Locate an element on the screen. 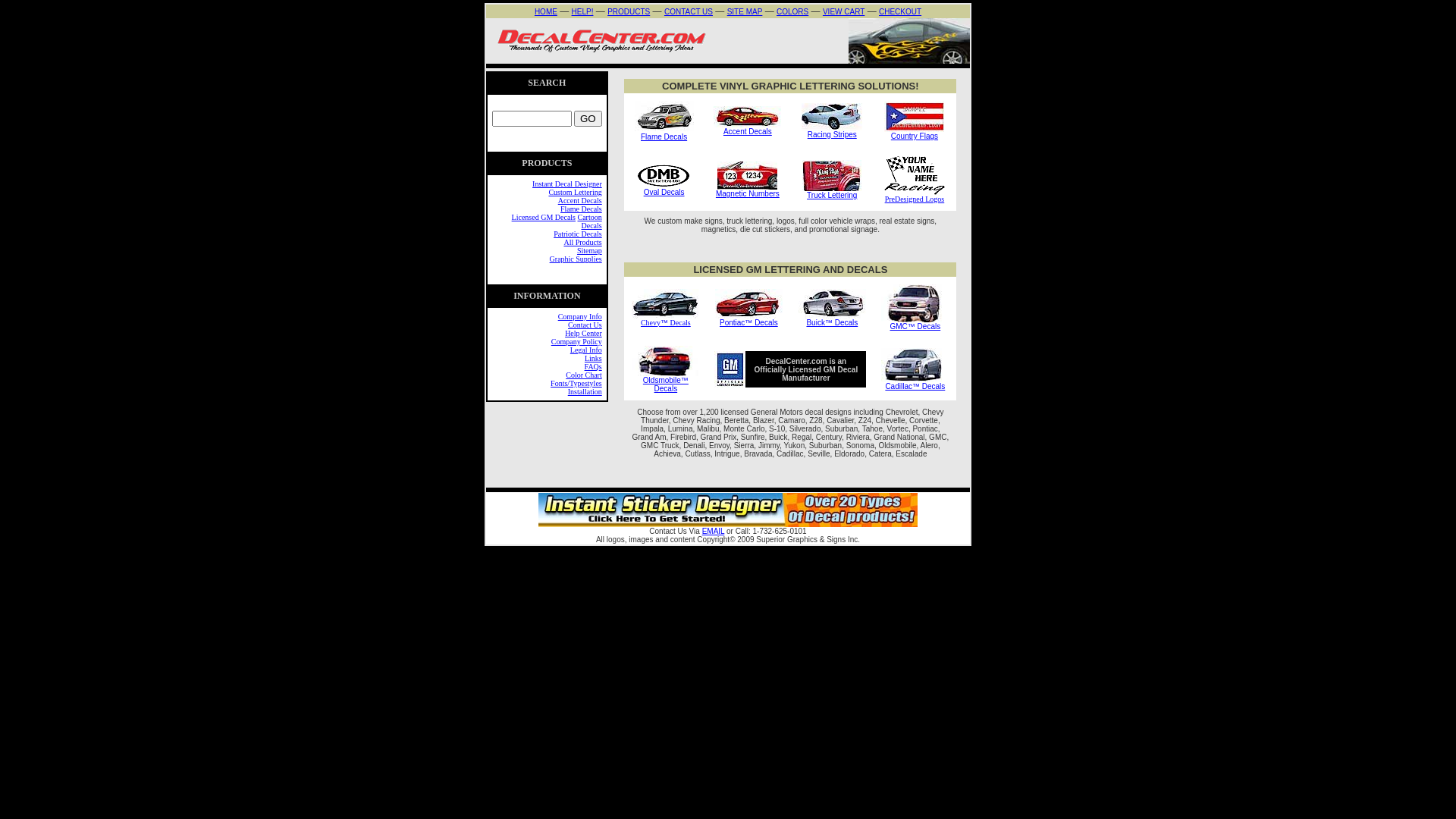 Image resolution: width=1456 pixels, height=819 pixels. 'Magnetic Numbers' is located at coordinates (747, 193).